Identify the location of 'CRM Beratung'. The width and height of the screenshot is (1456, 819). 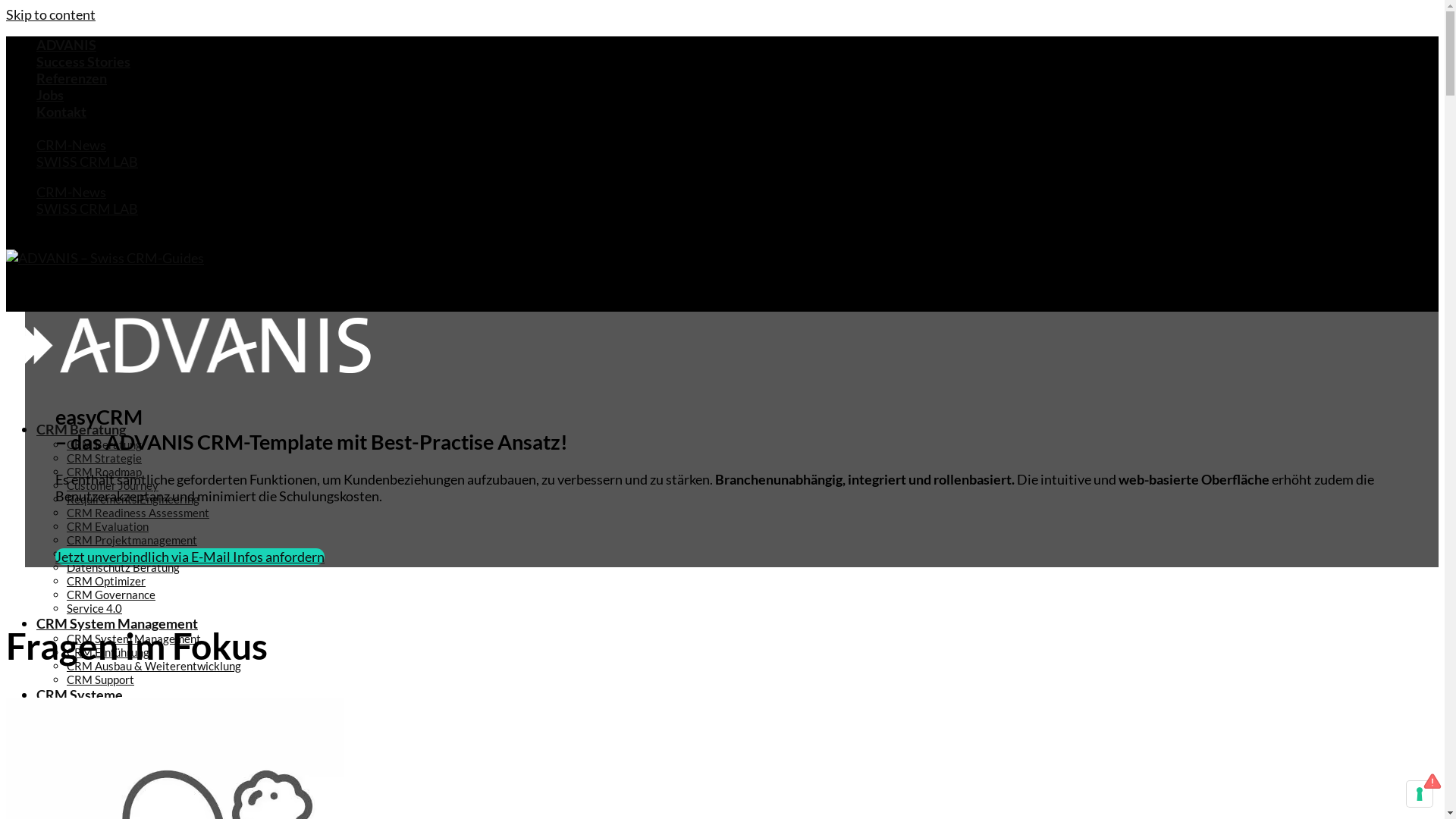
(103, 444).